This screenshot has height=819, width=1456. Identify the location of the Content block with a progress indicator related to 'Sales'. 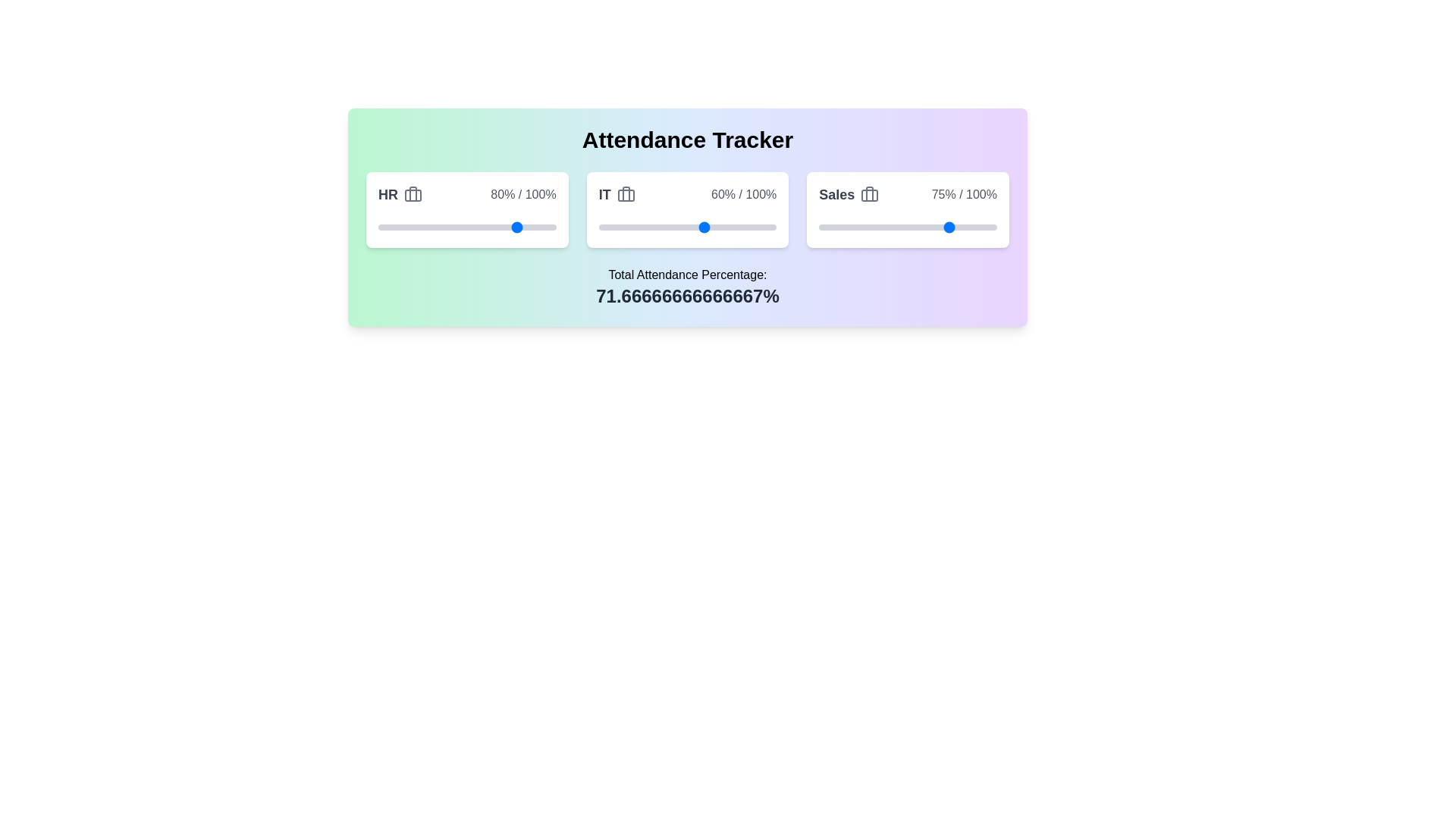
(908, 210).